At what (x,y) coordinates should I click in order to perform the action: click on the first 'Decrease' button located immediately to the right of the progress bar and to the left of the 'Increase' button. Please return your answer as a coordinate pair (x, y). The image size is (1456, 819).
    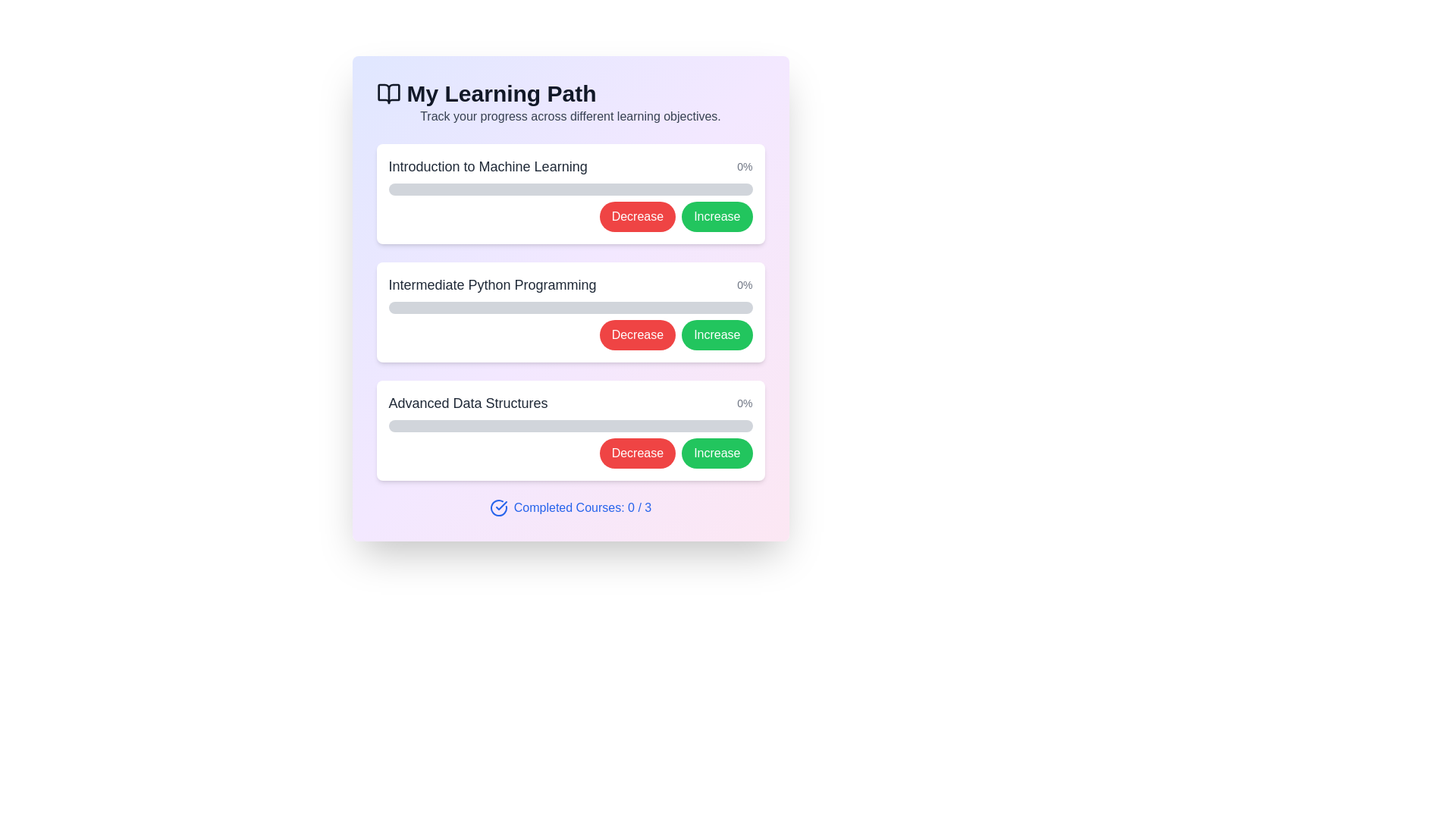
    Looking at the image, I should click on (637, 216).